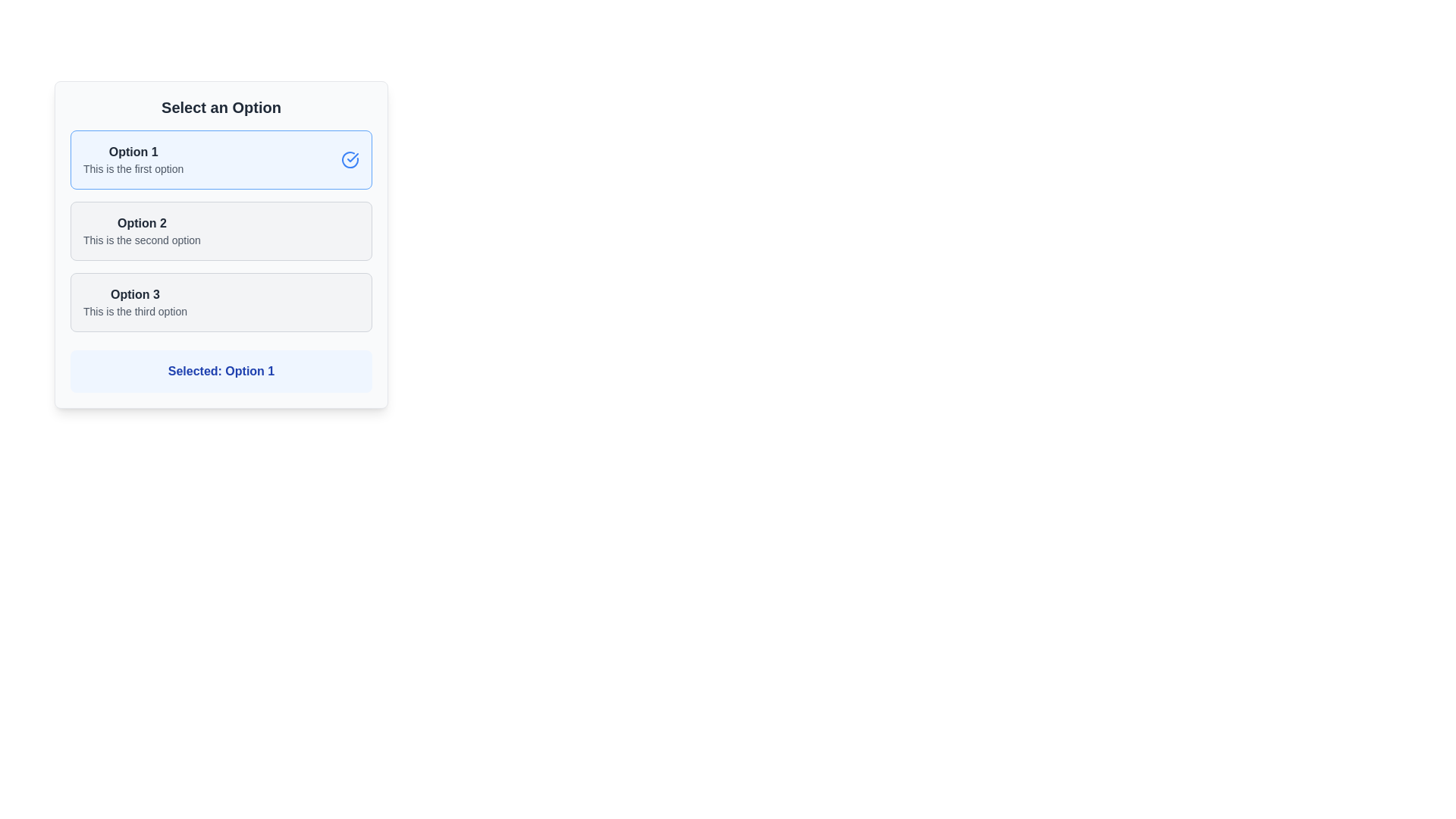  Describe the element at coordinates (349, 160) in the screenshot. I see `the circular icon with a blue border and checkmark symbol, located at the top right corner of the 'Option 1' selection box` at that location.